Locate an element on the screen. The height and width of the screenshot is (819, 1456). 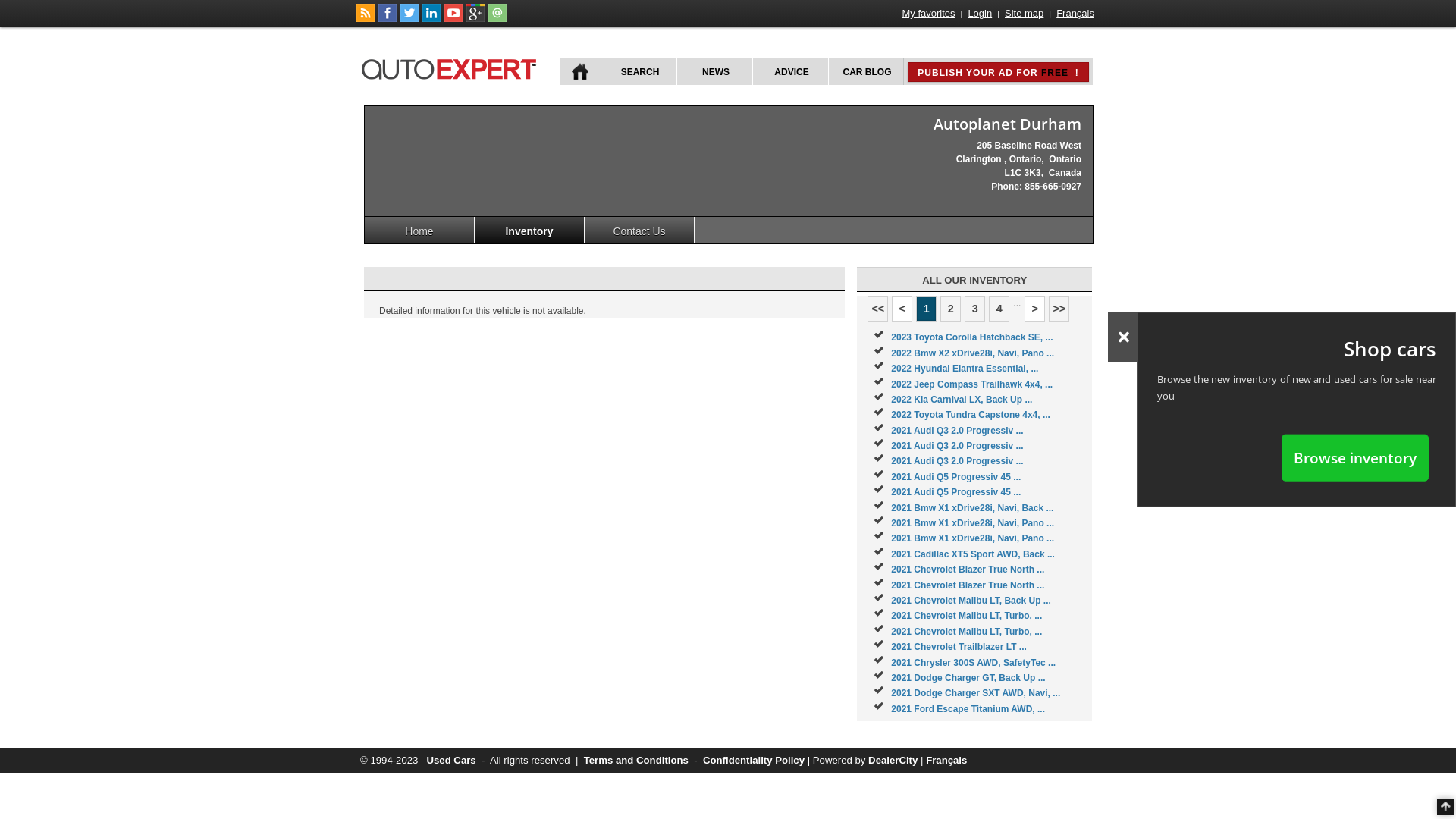
'>>' is located at coordinates (1047, 308).